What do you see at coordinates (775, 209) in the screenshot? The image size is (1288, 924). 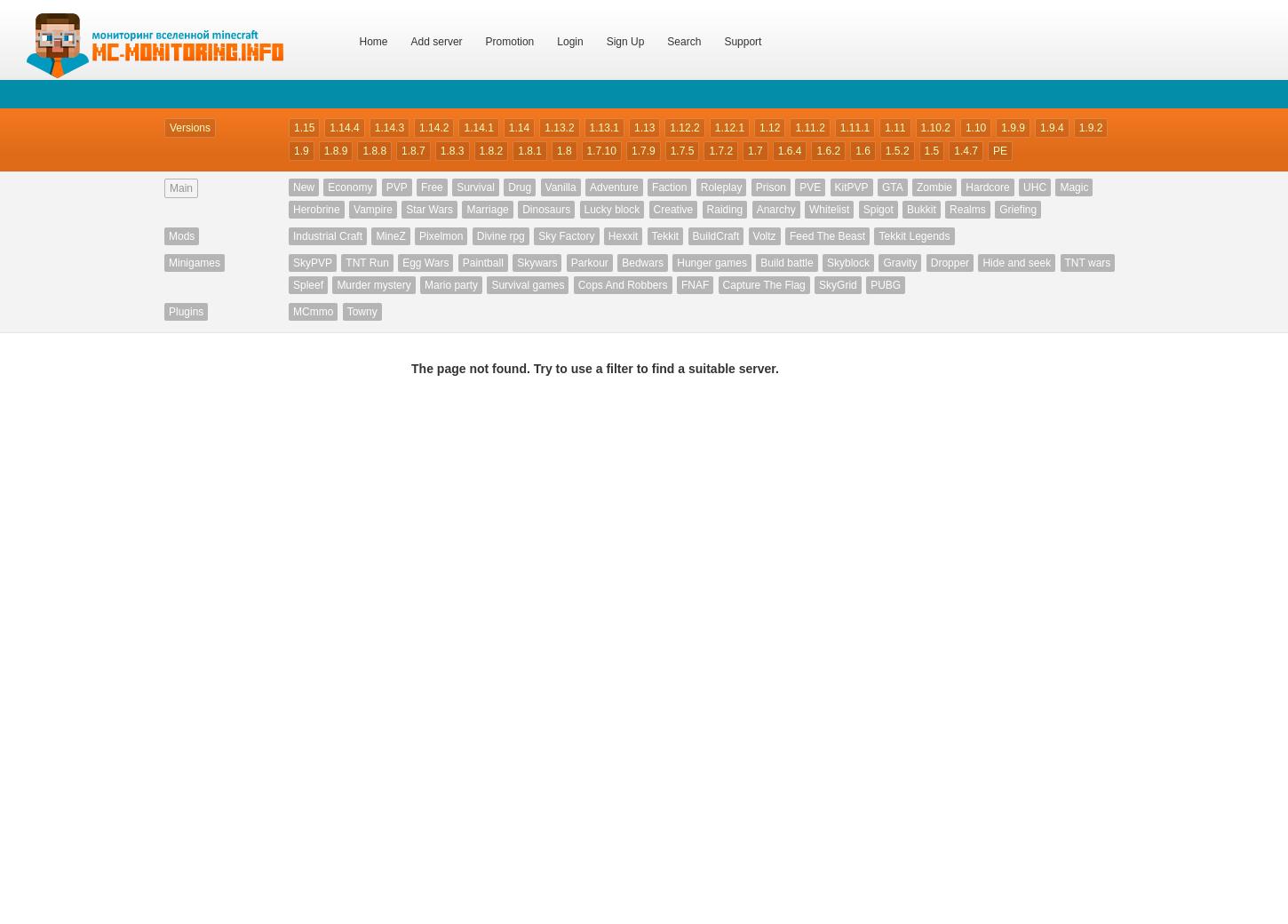 I see `'Anarchy'` at bounding box center [775, 209].